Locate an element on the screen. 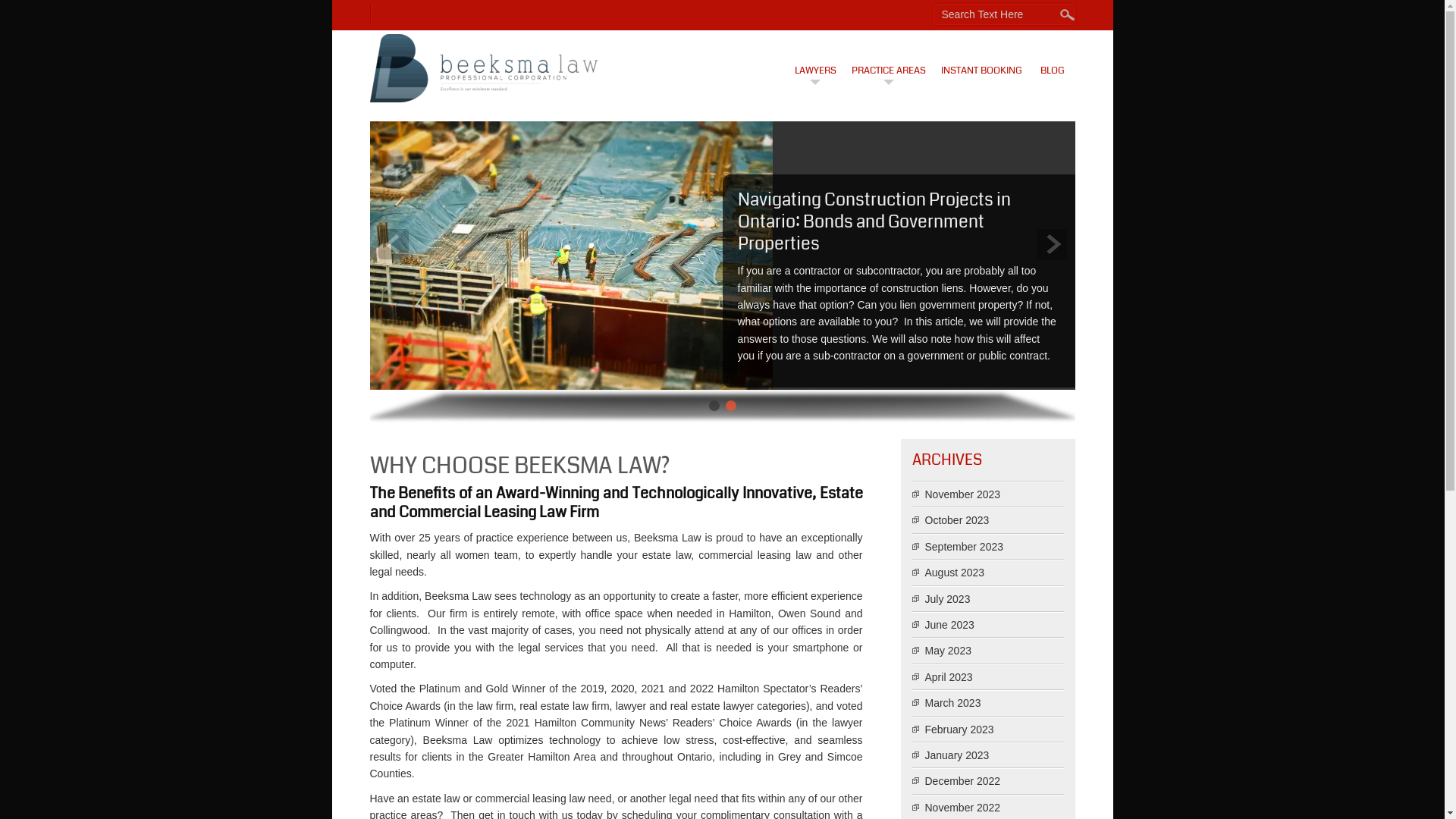 This screenshot has width=1456, height=819. '1' is located at coordinates (712, 405).